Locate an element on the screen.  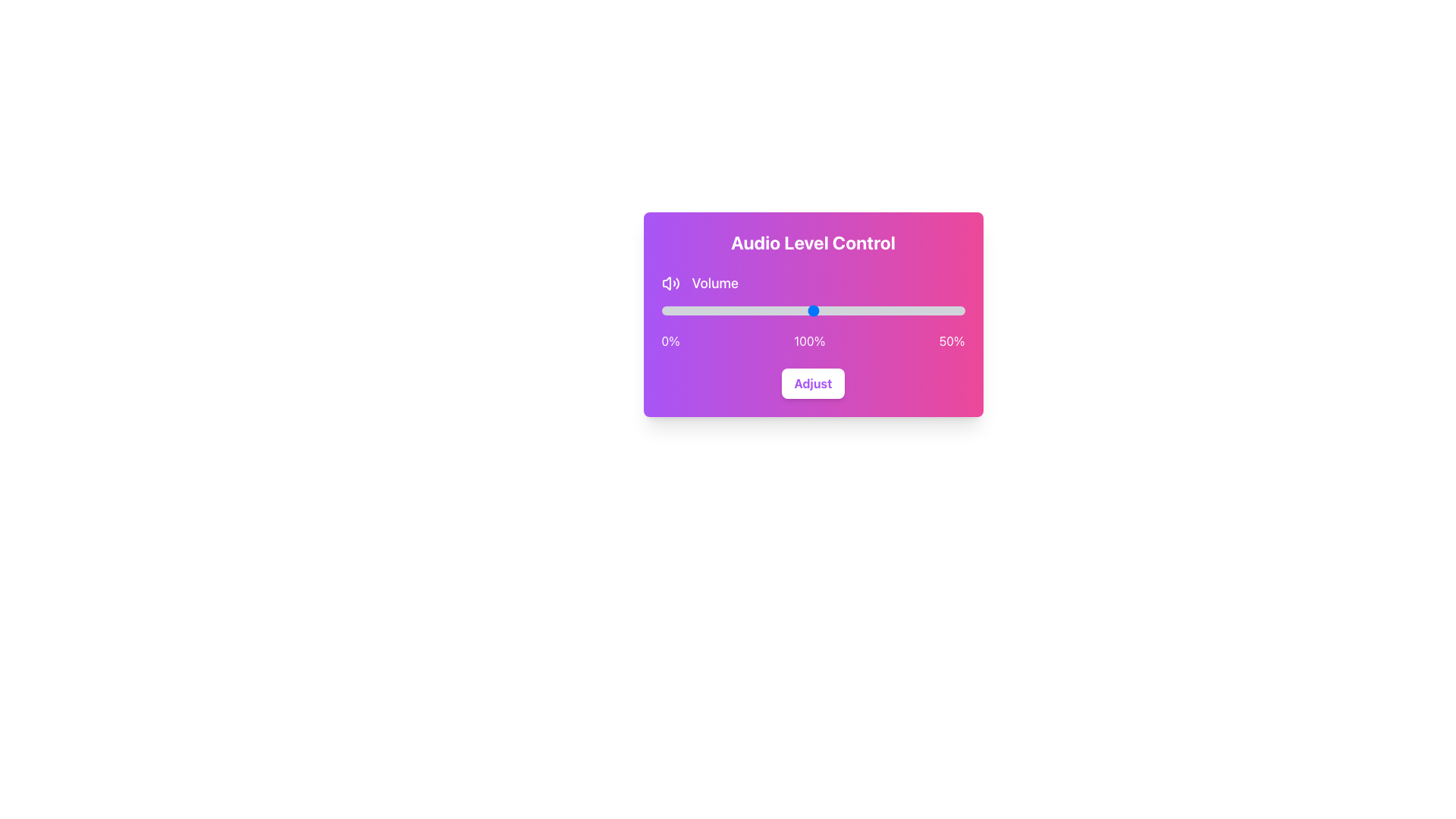
the volume is located at coordinates (849, 309).